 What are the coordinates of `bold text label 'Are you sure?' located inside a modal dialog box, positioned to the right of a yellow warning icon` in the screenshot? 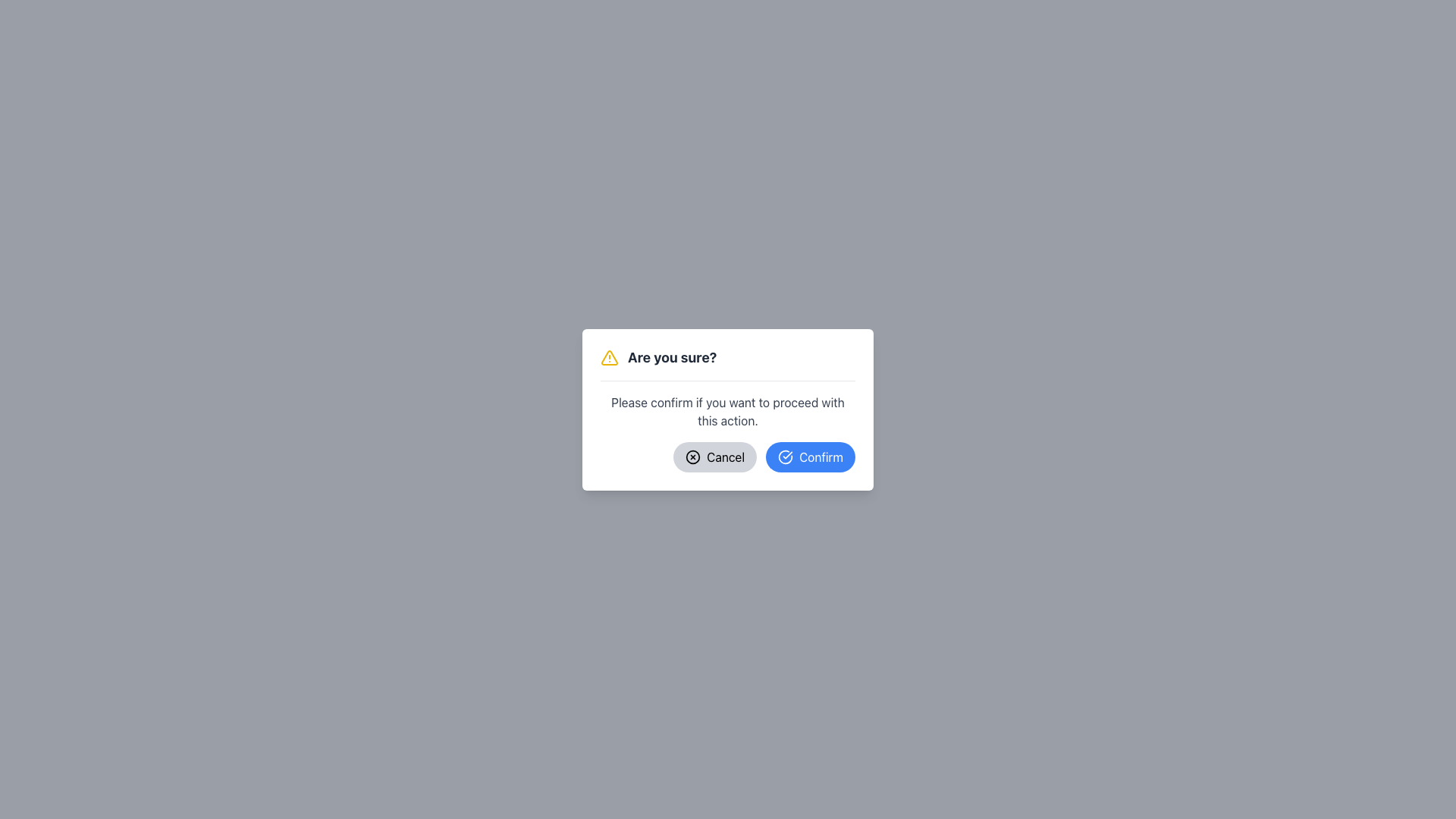 It's located at (671, 357).